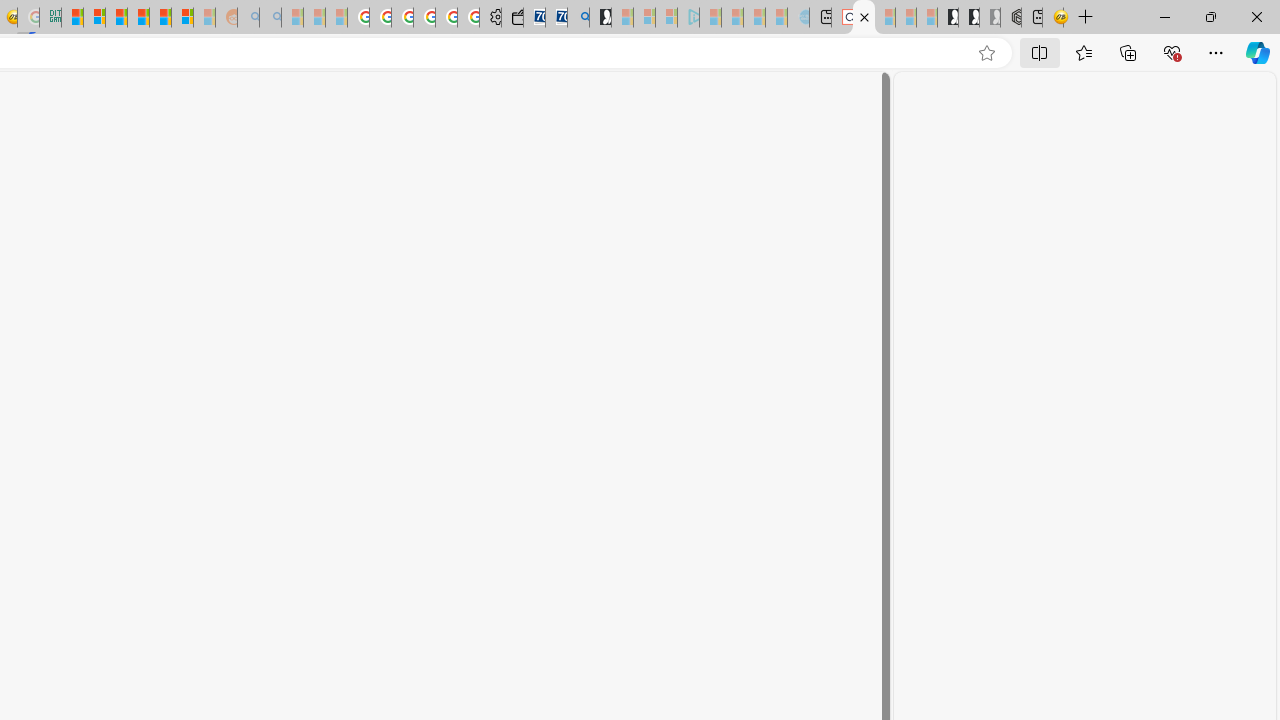 This screenshot has width=1280, height=720. What do you see at coordinates (72, 17) in the screenshot?
I see `'MSNBC - MSN'` at bounding box center [72, 17].